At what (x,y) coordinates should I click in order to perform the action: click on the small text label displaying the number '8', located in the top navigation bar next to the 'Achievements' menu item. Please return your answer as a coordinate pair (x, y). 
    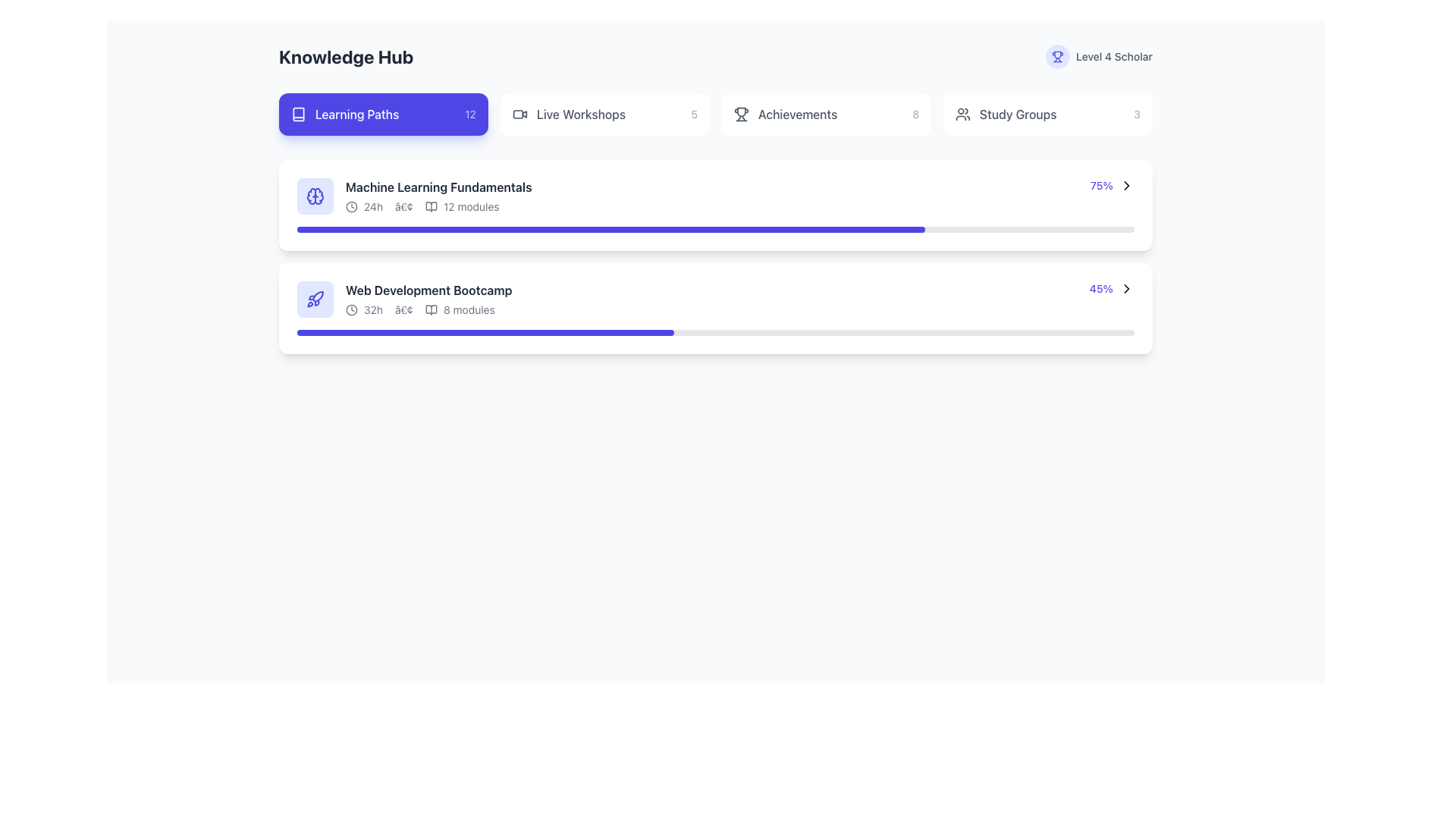
    Looking at the image, I should click on (915, 113).